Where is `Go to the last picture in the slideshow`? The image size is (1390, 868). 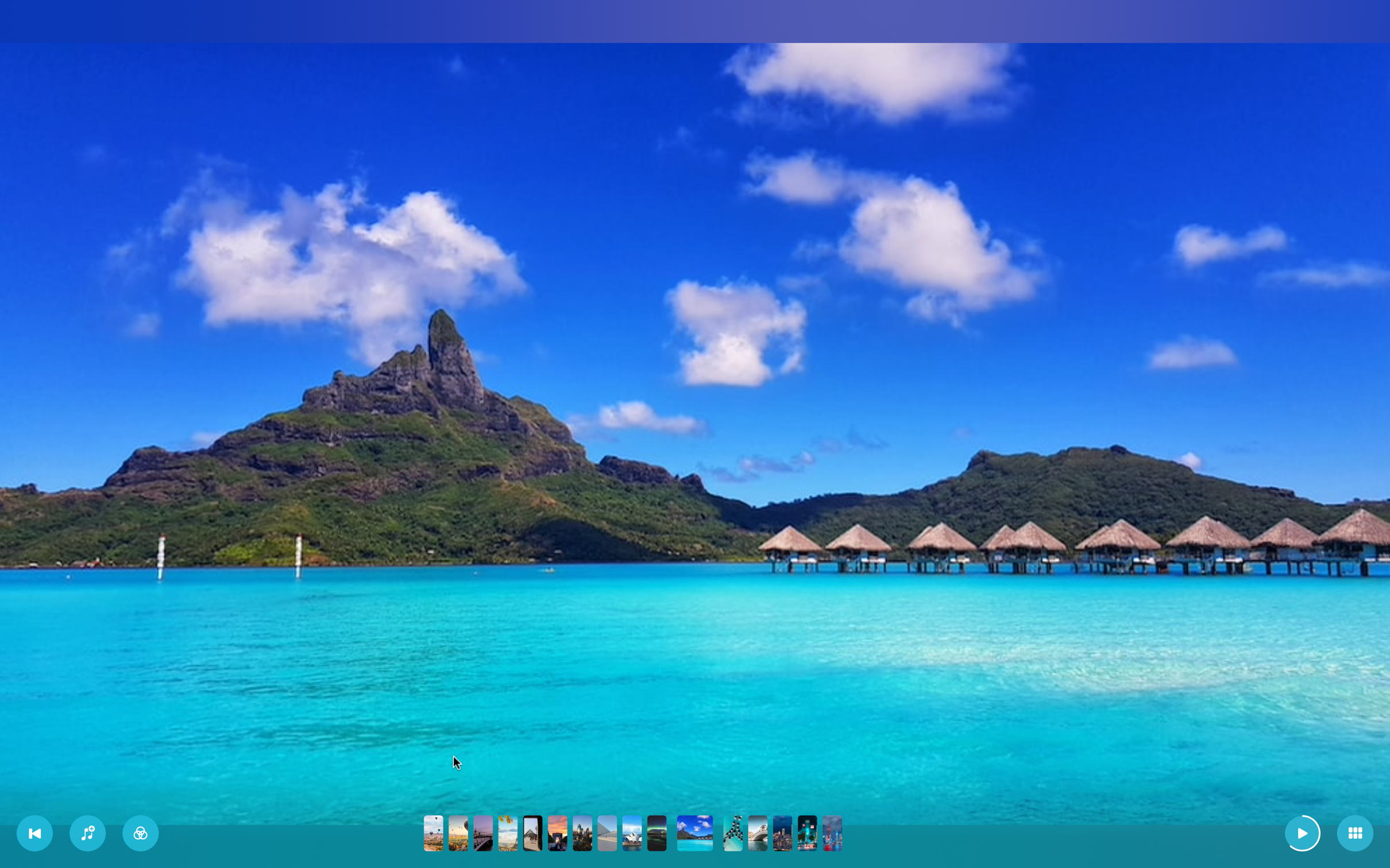
Go to the last picture in the slideshow is located at coordinates (832, 834).